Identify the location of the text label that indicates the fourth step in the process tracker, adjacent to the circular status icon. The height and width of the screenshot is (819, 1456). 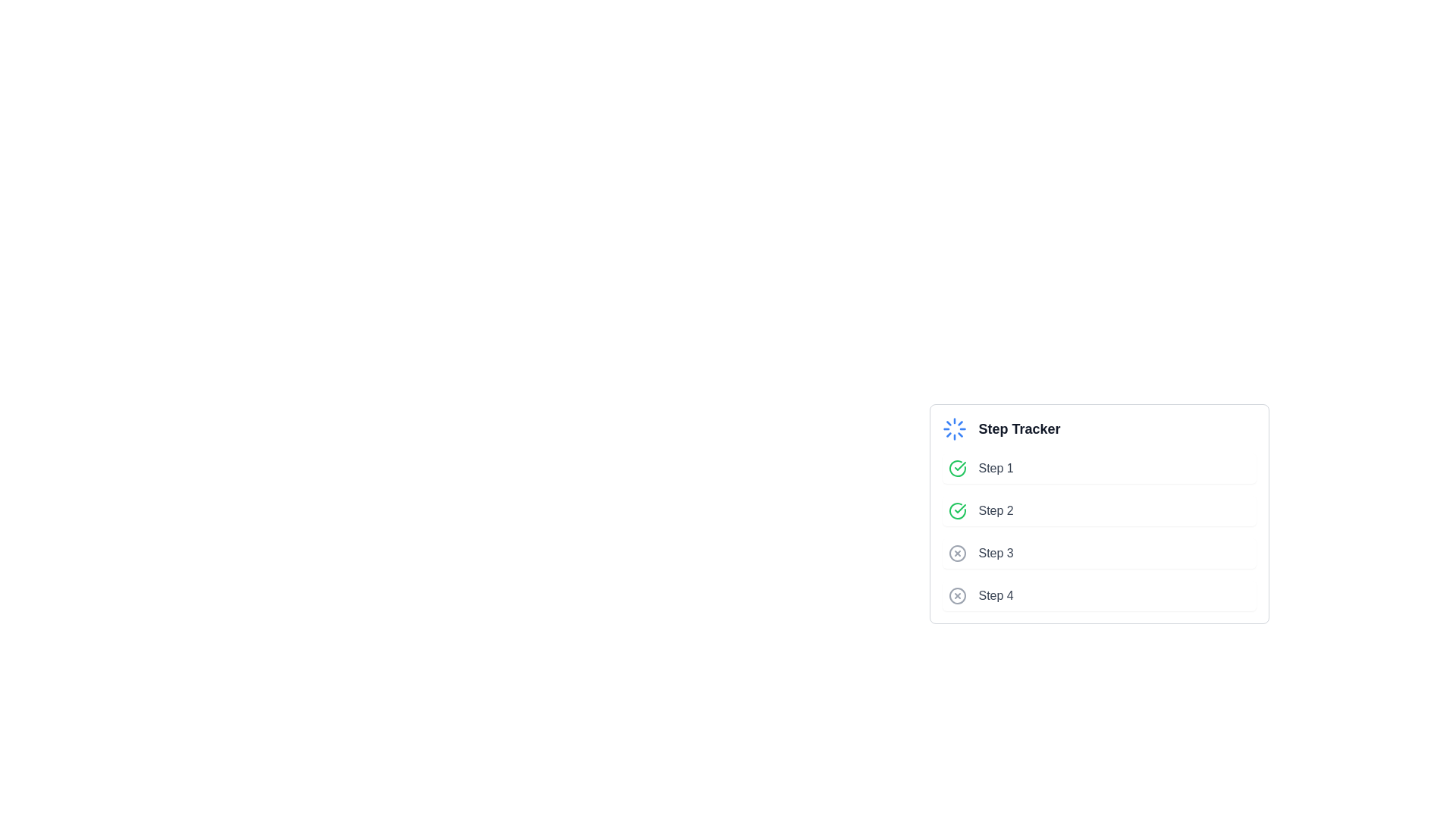
(996, 595).